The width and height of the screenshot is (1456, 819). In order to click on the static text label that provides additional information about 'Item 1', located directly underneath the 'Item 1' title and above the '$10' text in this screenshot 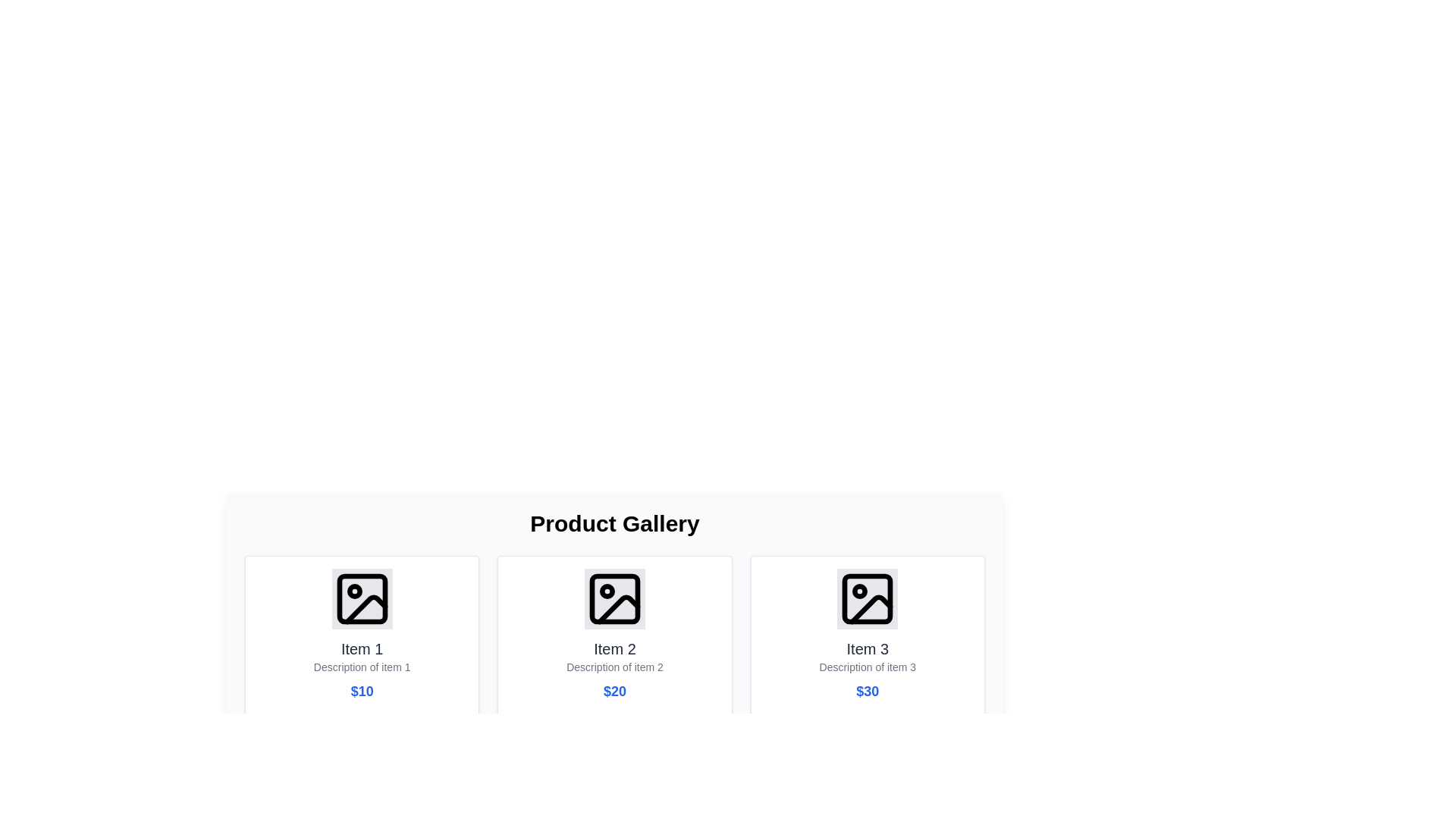, I will do `click(361, 666)`.